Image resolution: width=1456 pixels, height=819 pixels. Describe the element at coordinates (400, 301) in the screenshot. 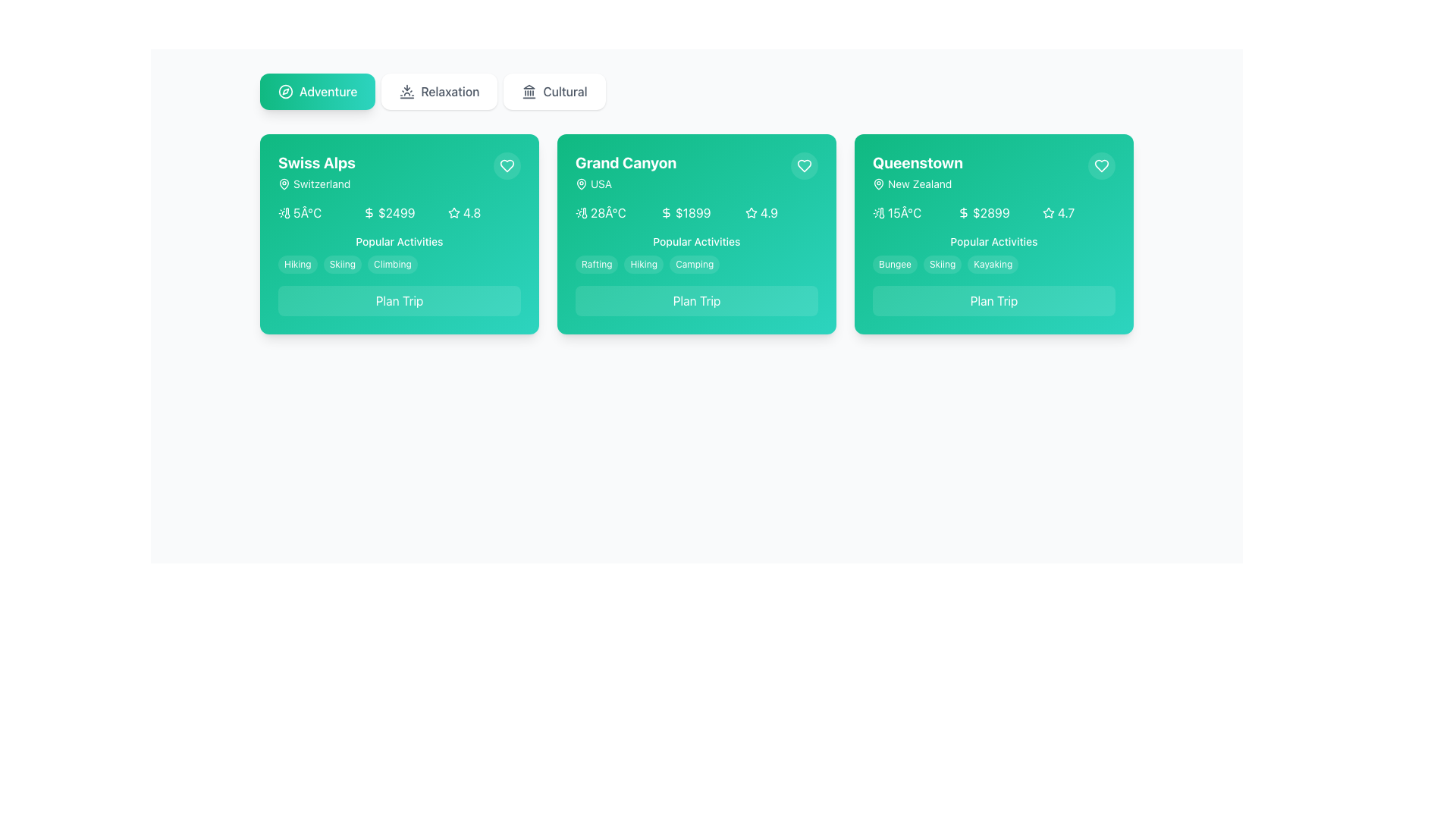

I see `the button located at the base of the Swiss Alps card on the leftmost side of the displayed travel location cards to initiate the trip planning process` at that location.